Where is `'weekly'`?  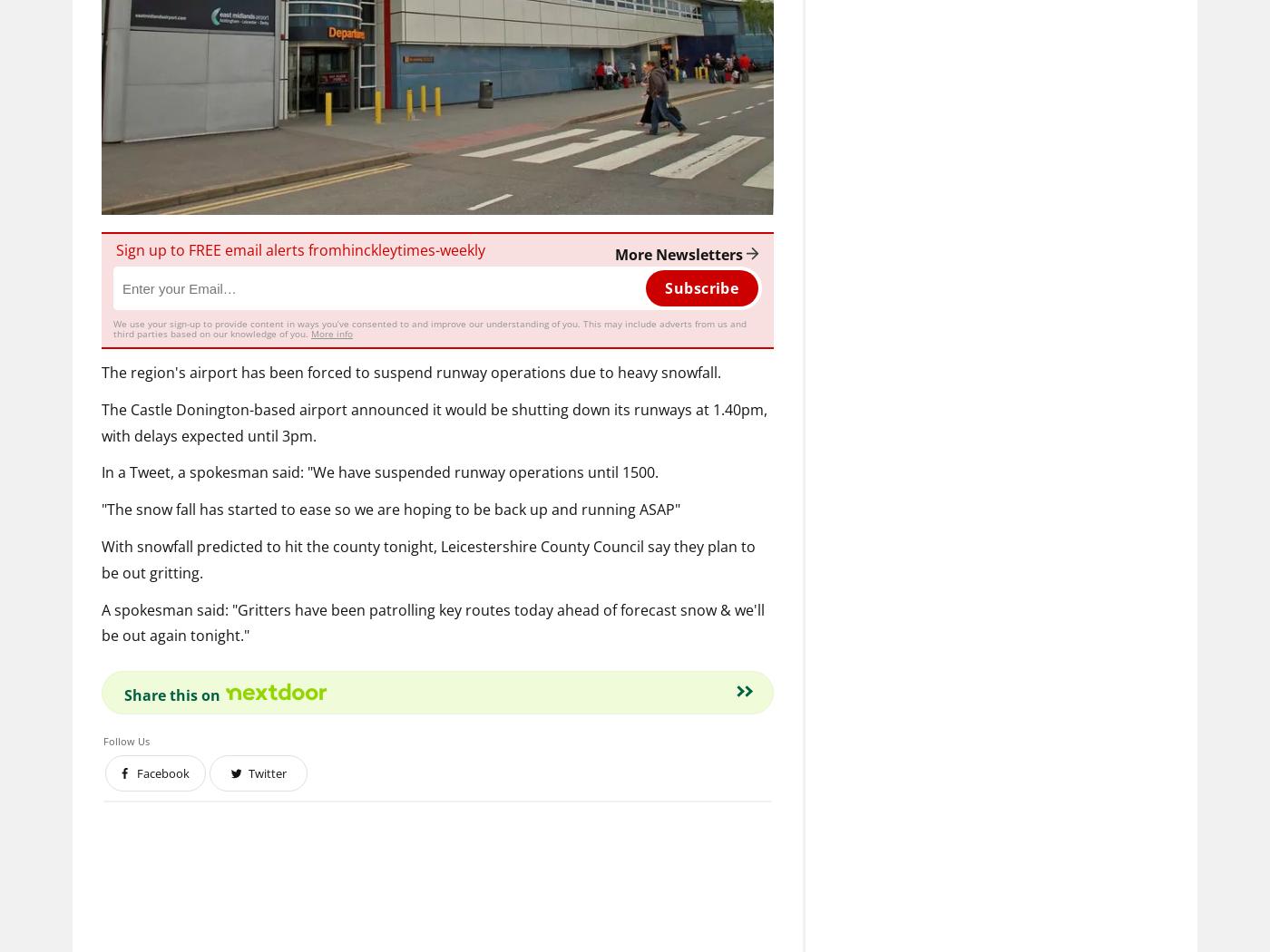 'weekly' is located at coordinates (463, 248).